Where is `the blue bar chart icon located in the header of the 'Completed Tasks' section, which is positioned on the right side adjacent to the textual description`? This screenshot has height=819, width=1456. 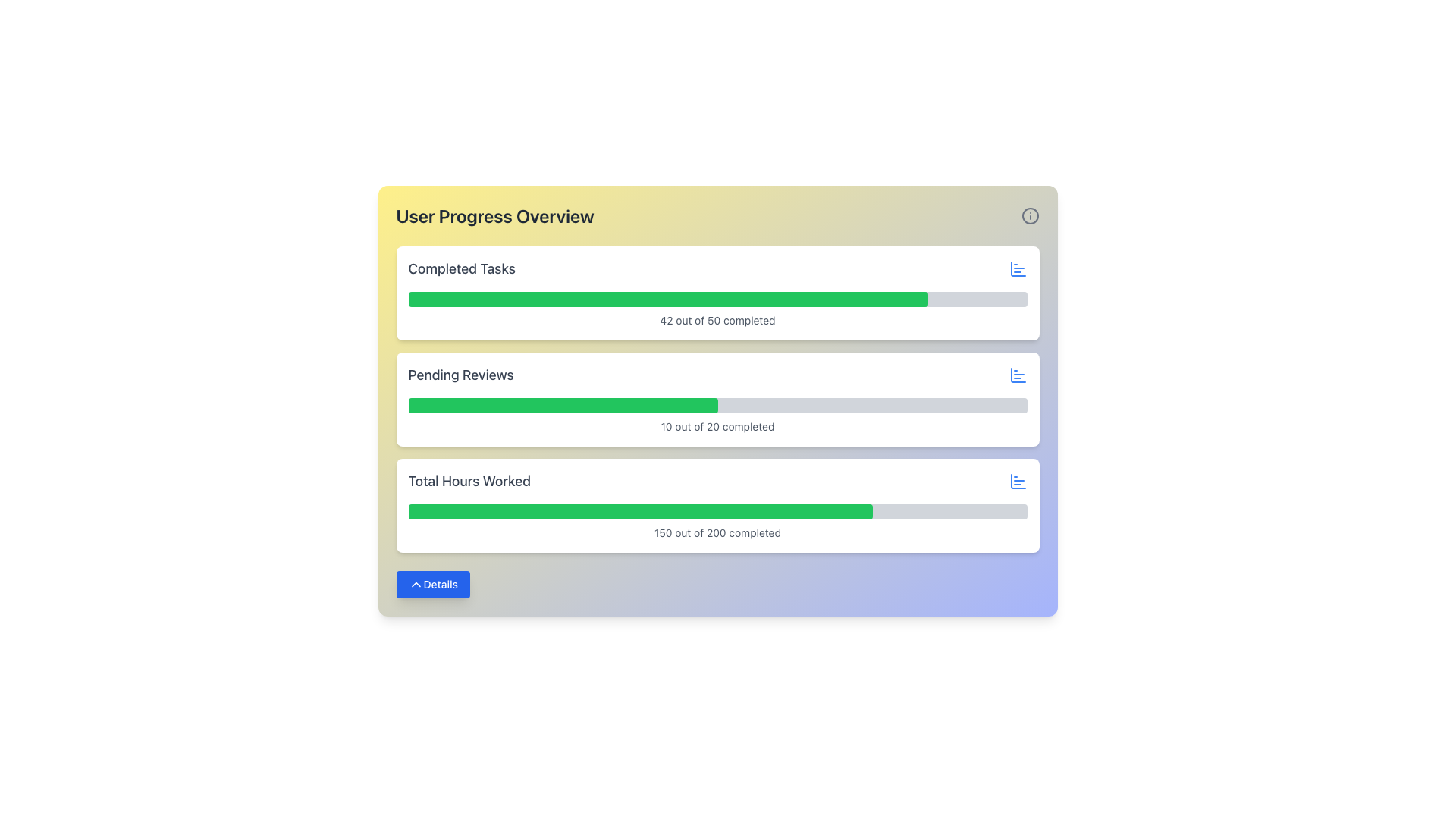
the blue bar chart icon located in the header of the 'Completed Tasks' section, which is positioned on the right side adjacent to the textual description is located at coordinates (1018, 268).